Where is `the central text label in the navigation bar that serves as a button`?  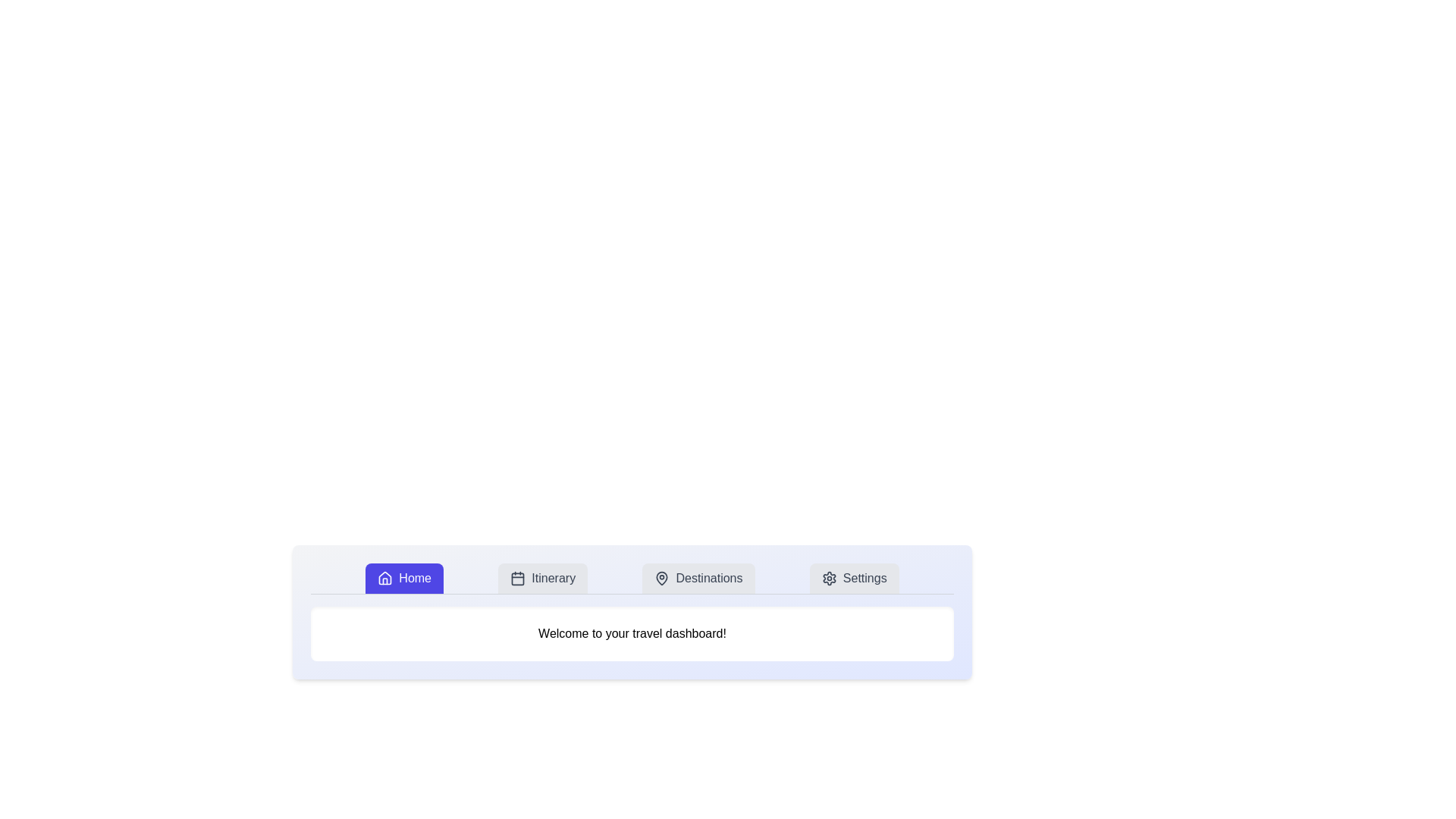
the central text label in the navigation bar that serves as a button is located at coordinates (553, 579).